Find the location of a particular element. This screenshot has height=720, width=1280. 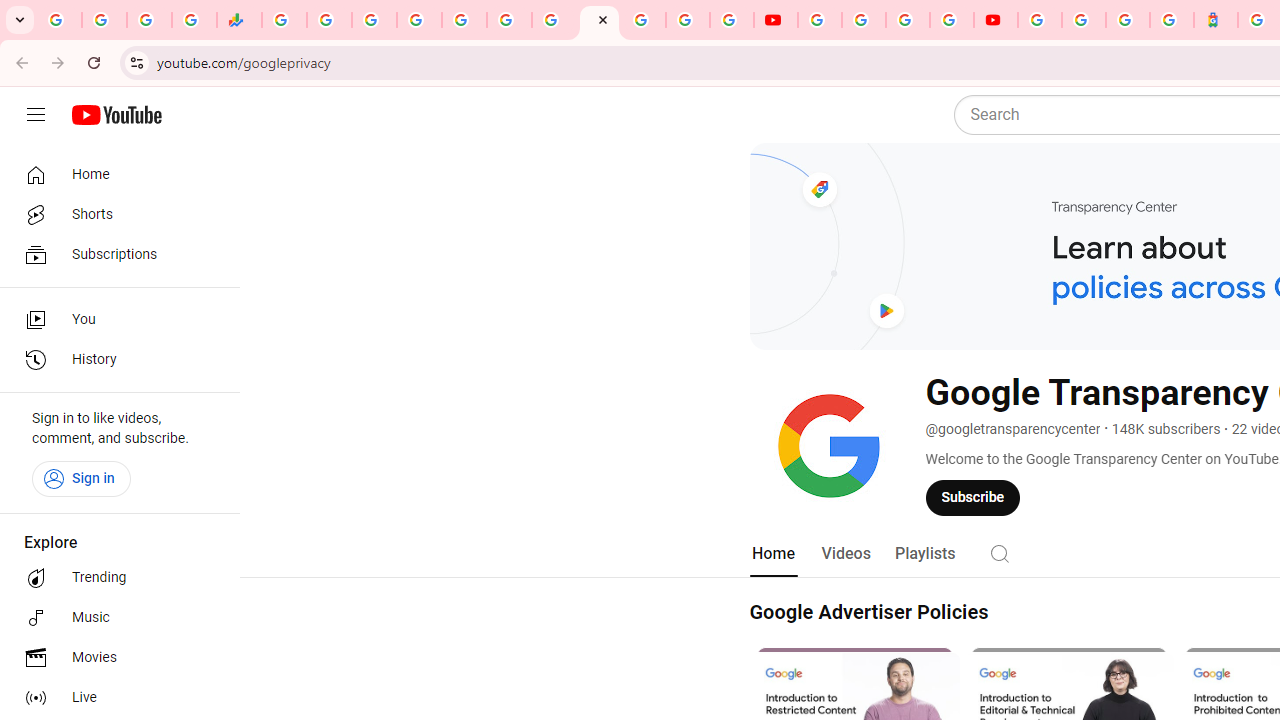

'Trending' is located at coordinates (112, 578).